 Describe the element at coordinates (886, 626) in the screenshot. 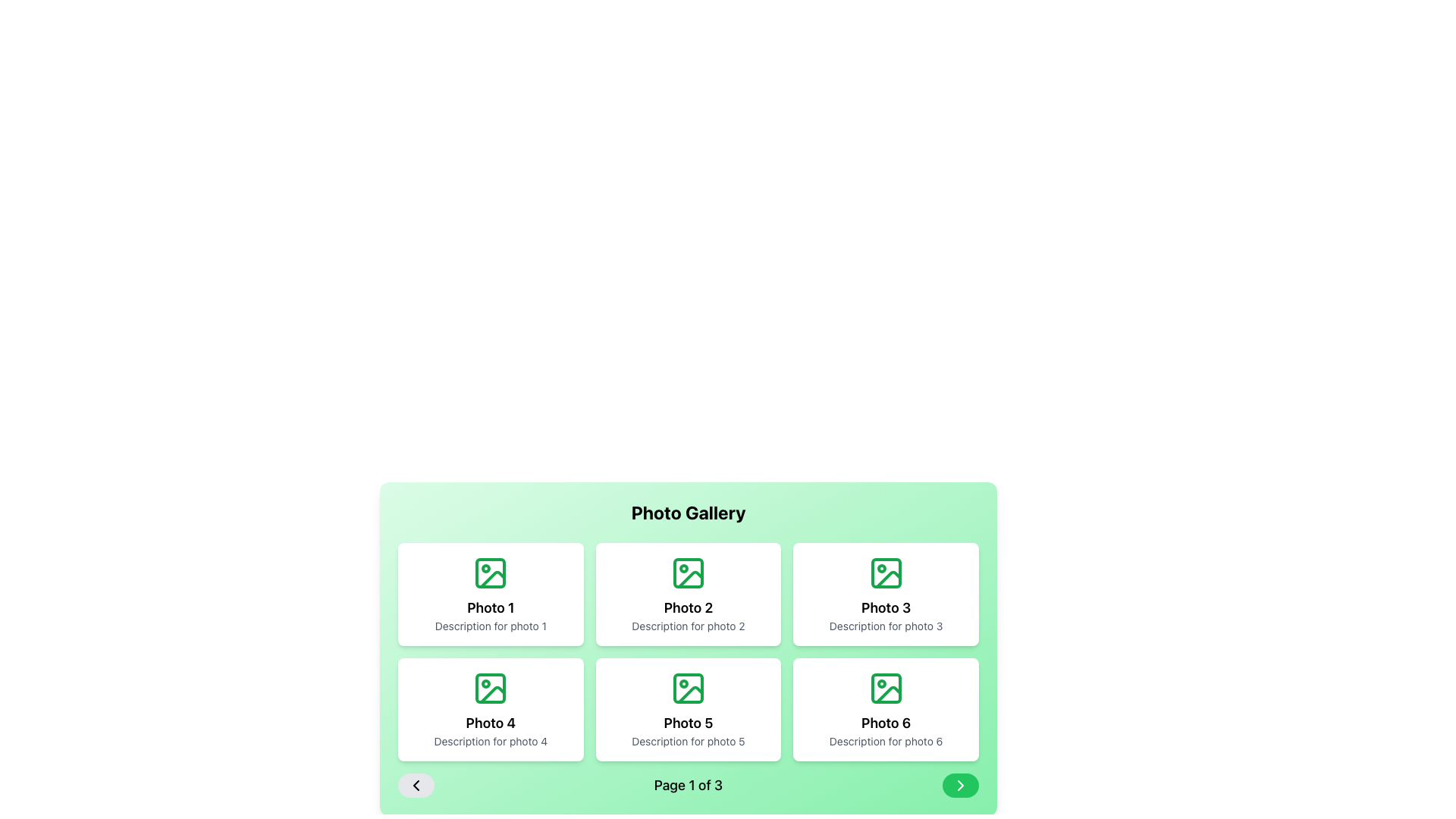

I see `the text label displaying 'Description for photo 3', which is positioned below the 'Photo 3' label in the top-right card of the grid` at that location.